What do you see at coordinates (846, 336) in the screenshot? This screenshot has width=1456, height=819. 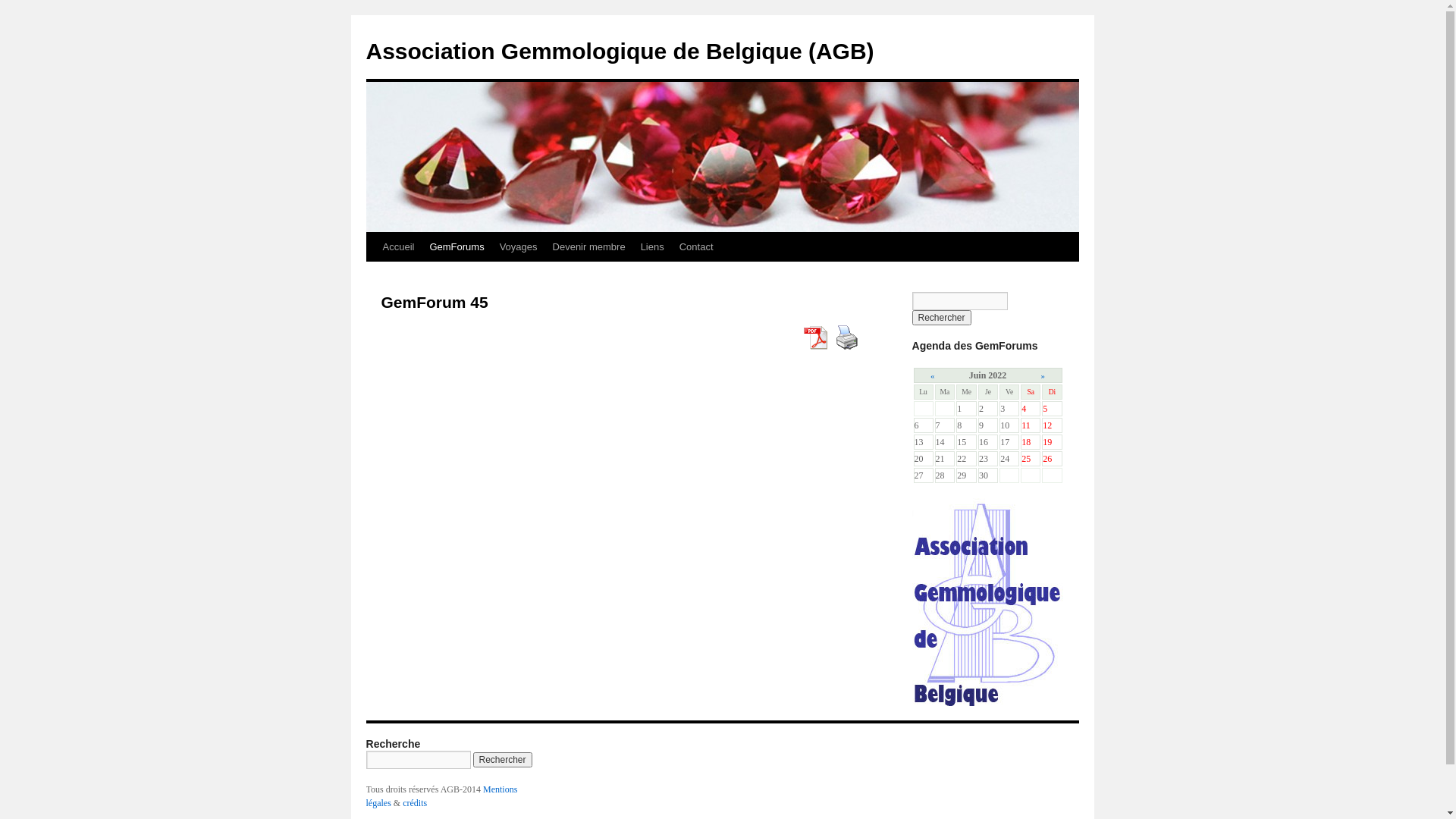 I see `'Print Content'` at bounding box center [846, 336].